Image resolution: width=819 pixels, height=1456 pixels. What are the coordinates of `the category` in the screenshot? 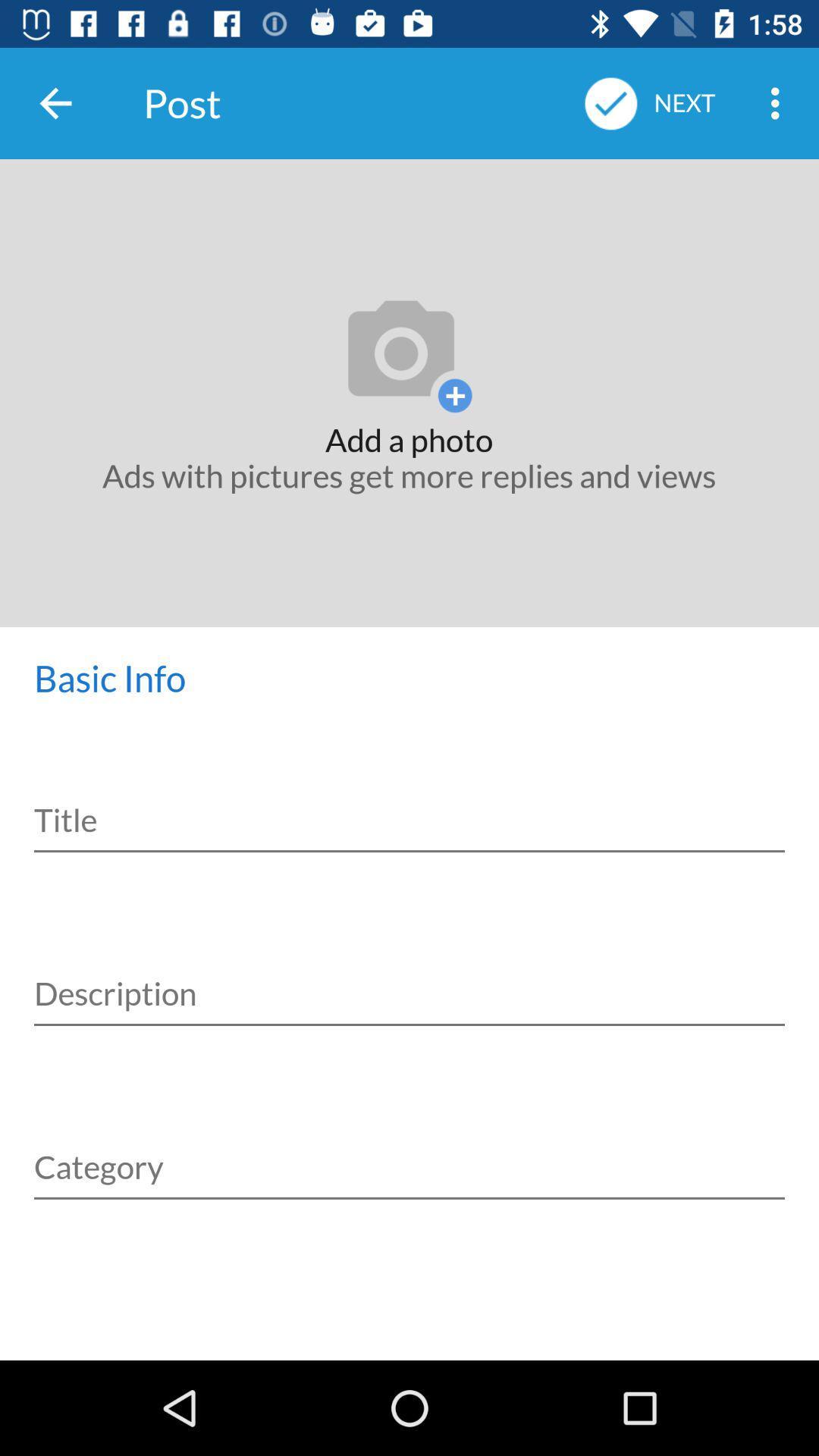 It's located at (409, 1150).